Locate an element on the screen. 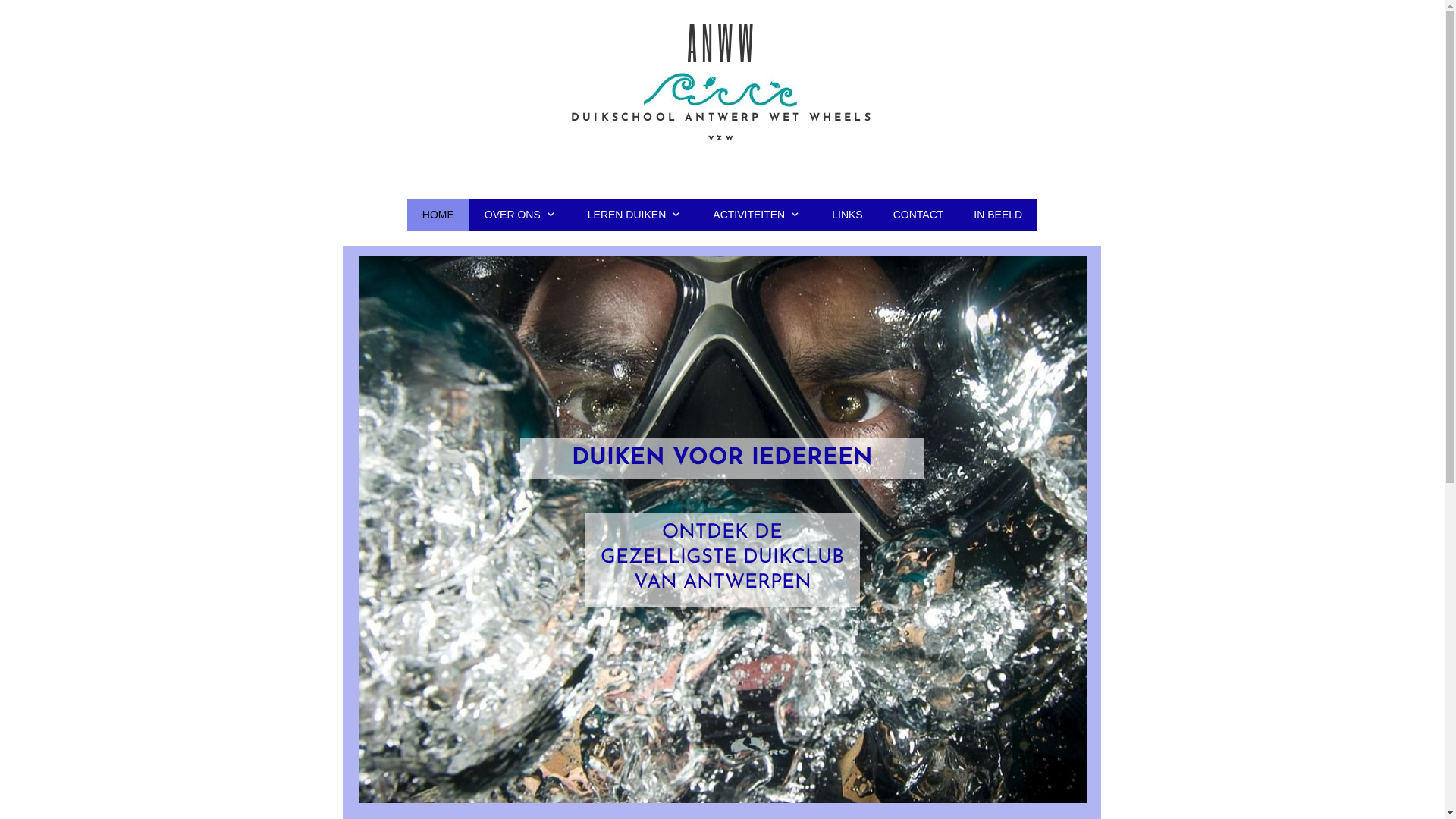 The width and height of the screenshot is (1456, 819). 'OVER ONS' is located at coordinates (520, 214).